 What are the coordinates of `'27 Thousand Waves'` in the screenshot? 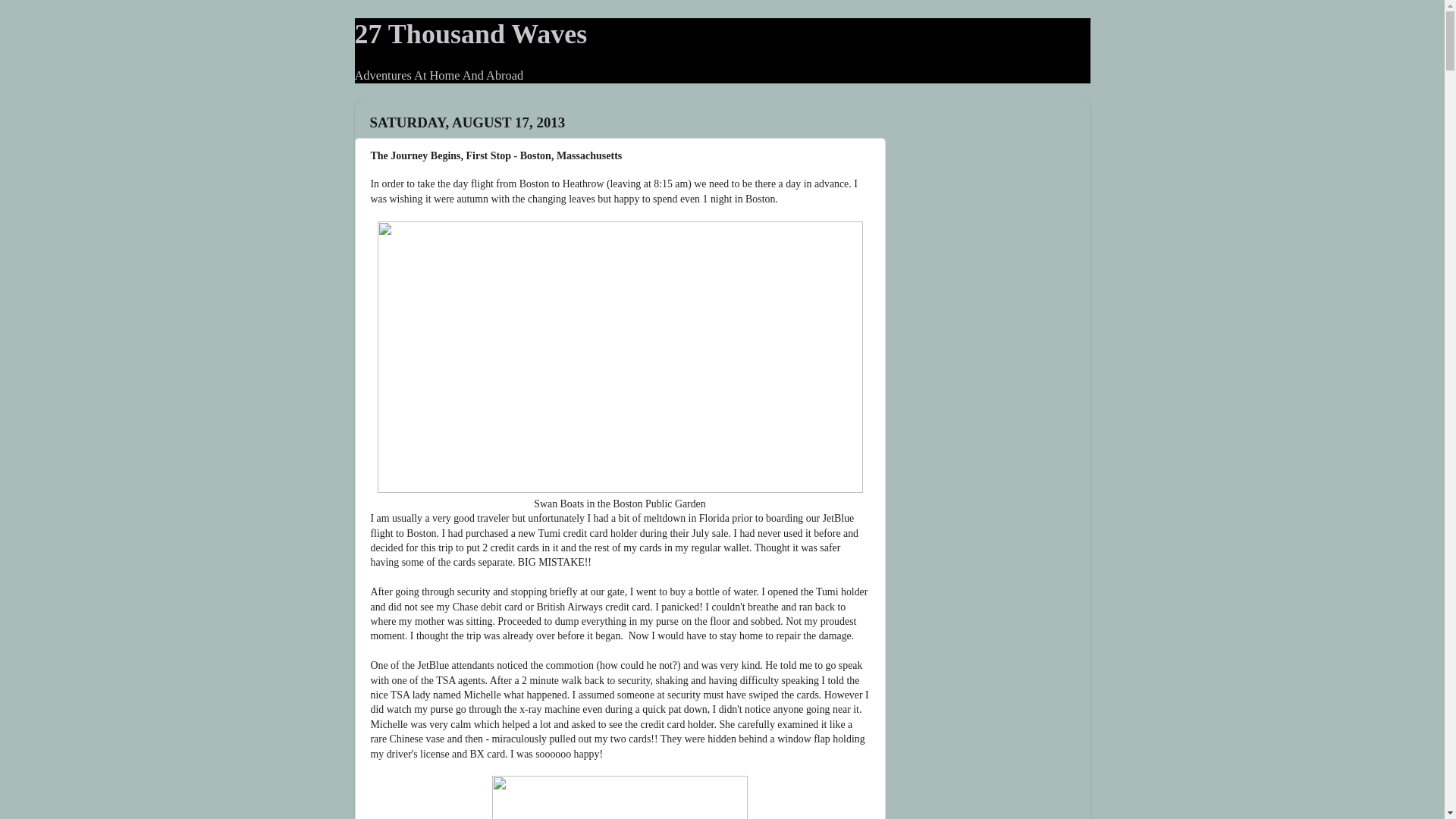 It's located at (470, 34).